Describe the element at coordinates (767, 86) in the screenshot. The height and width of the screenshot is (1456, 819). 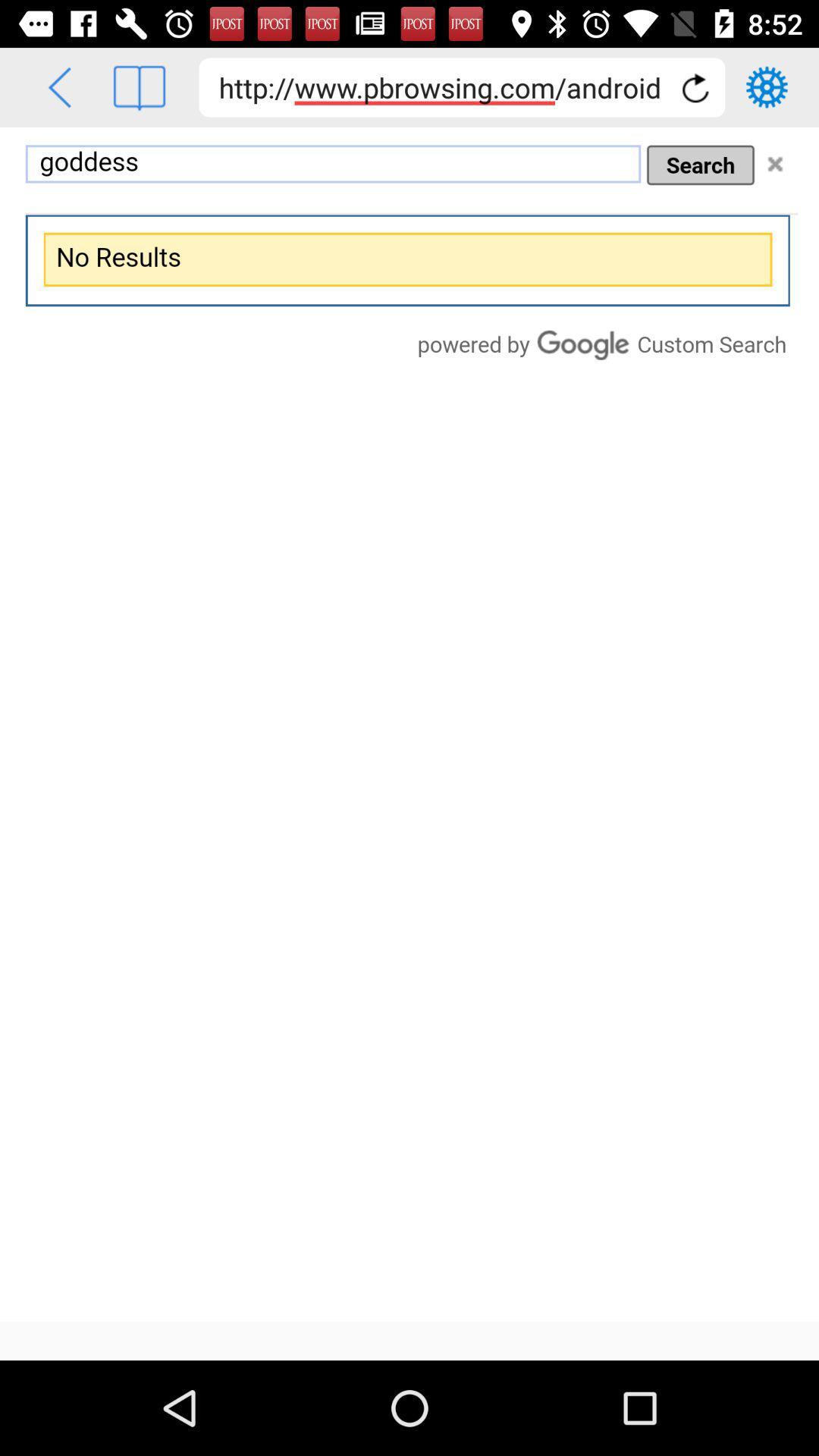
I see `goto settings` at that location.